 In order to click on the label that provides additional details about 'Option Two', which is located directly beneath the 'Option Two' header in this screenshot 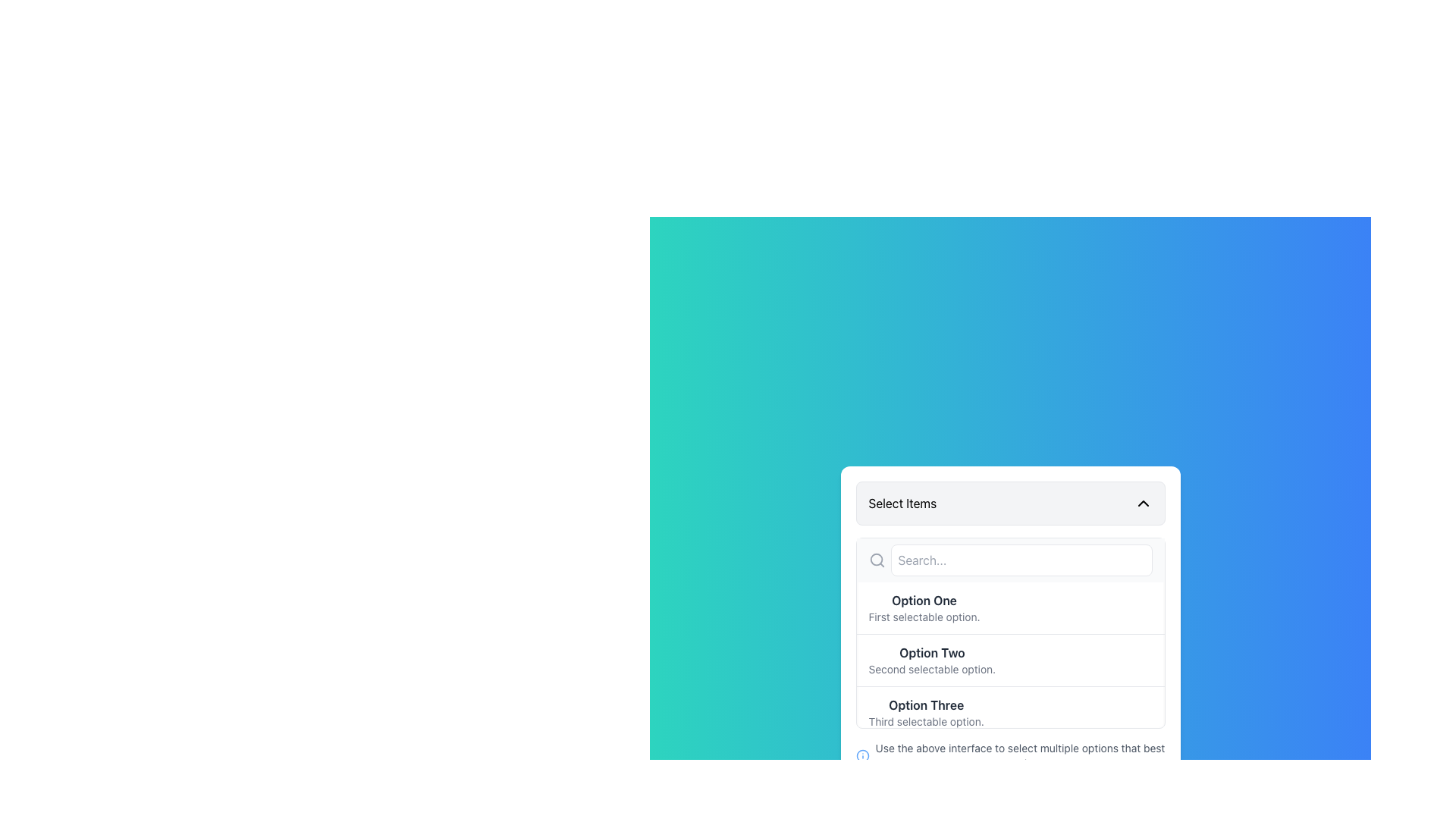, I will do `click(931, 669)`.